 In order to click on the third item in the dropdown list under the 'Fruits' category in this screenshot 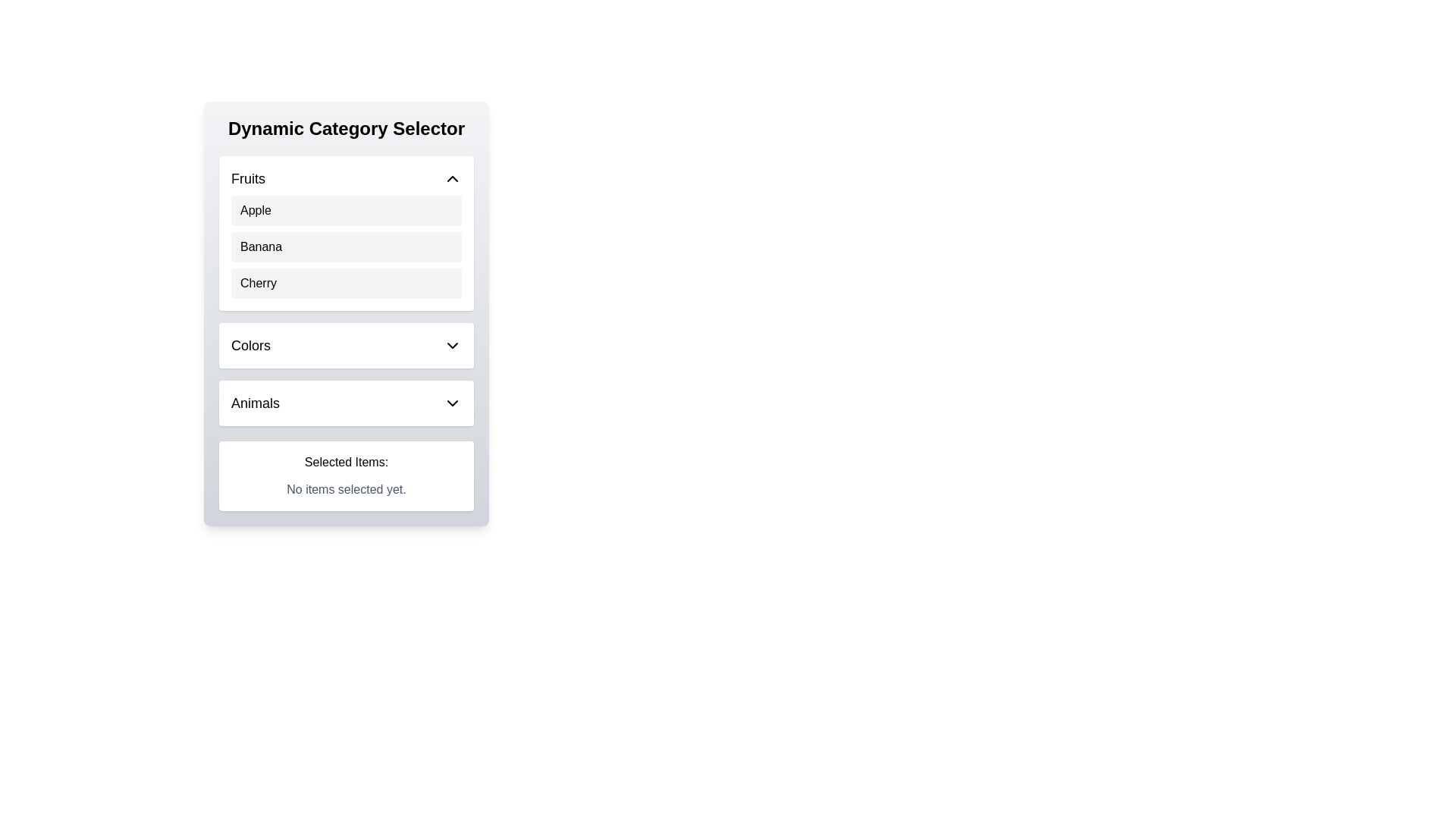, I will do `click(345, 284)`.